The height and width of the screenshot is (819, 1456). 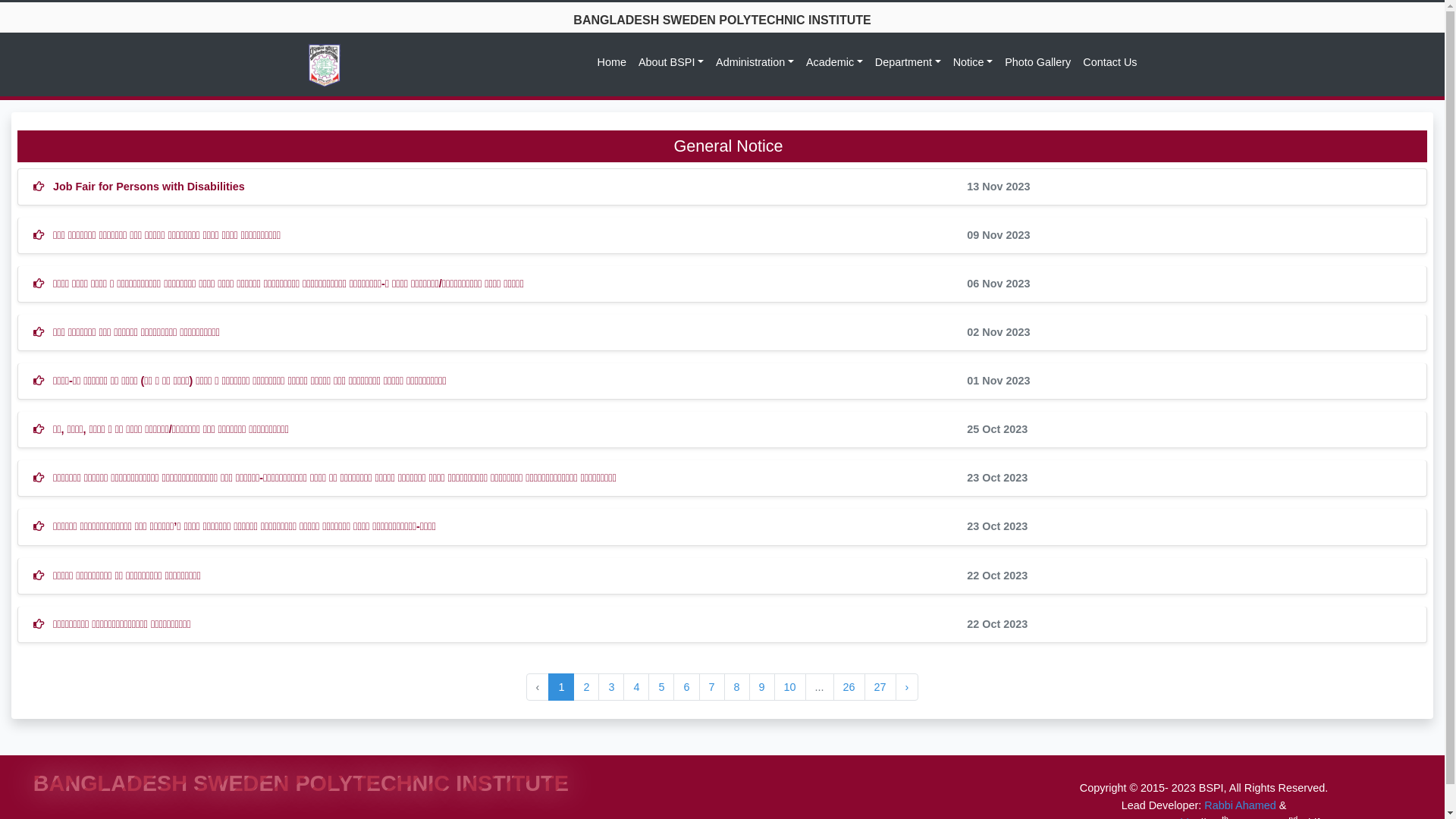 What do you see at coordinates (1240, 804) in the screenshot?
I see `'Rabbi Ahamed'` at bounding box center [1240, 804].